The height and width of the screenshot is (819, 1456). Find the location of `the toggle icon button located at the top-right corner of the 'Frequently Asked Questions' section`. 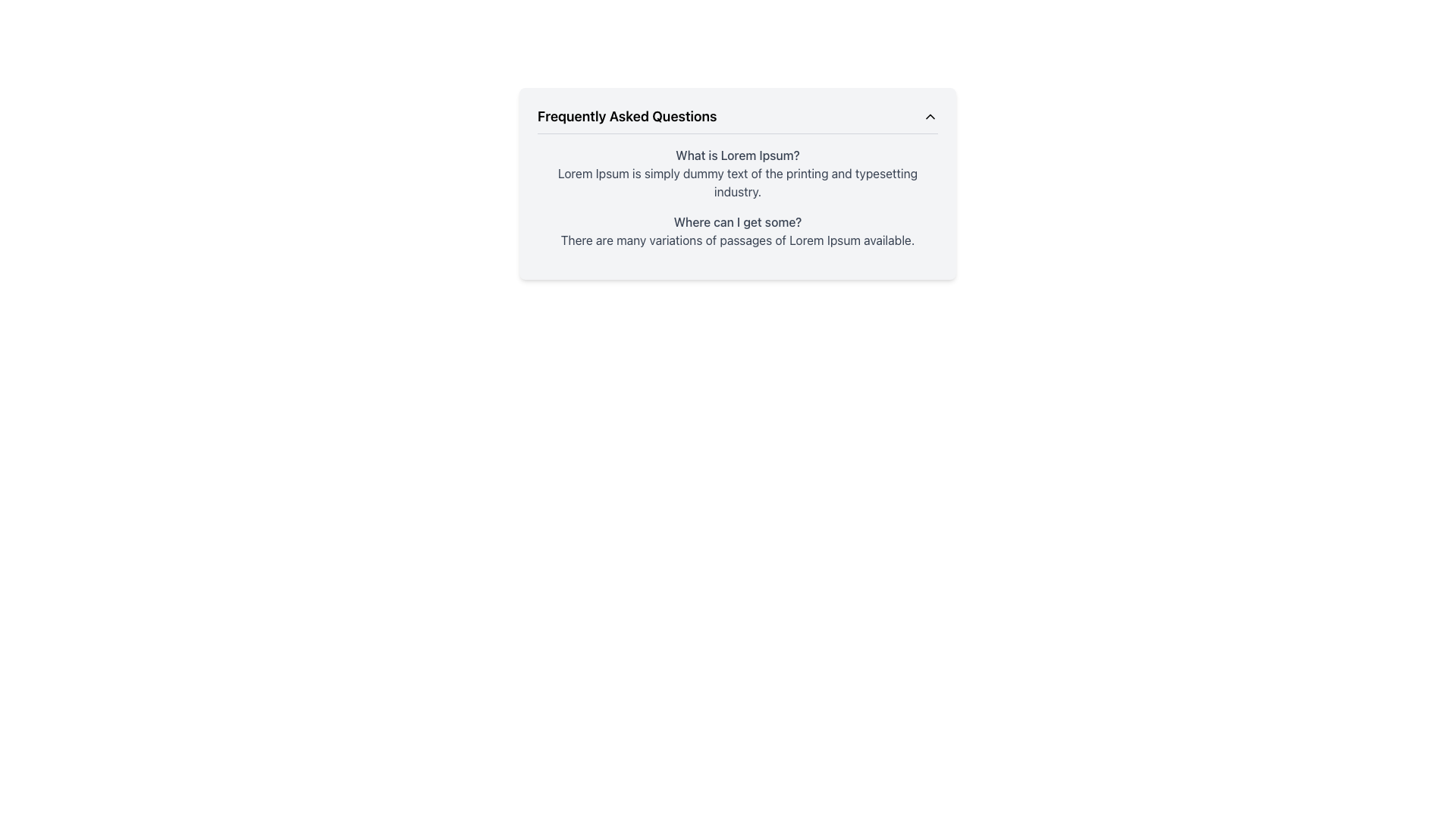

the toggle icon button located at the top-right corner of the 'Frequently Asked Questions' section is located at coordinates (930, 116).